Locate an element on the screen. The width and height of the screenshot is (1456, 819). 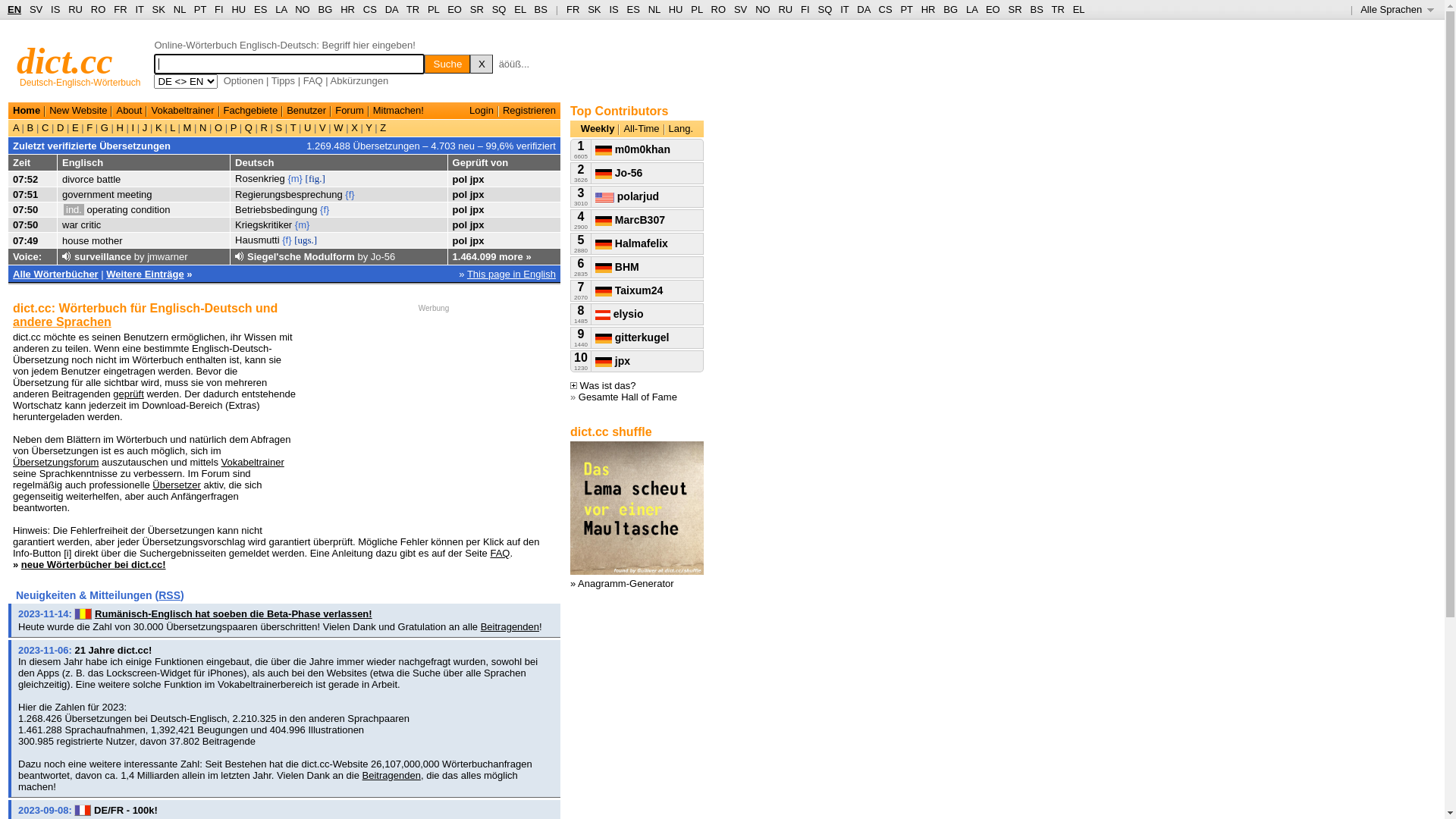
'Halmafelix' is located at coordinates (595, 242).